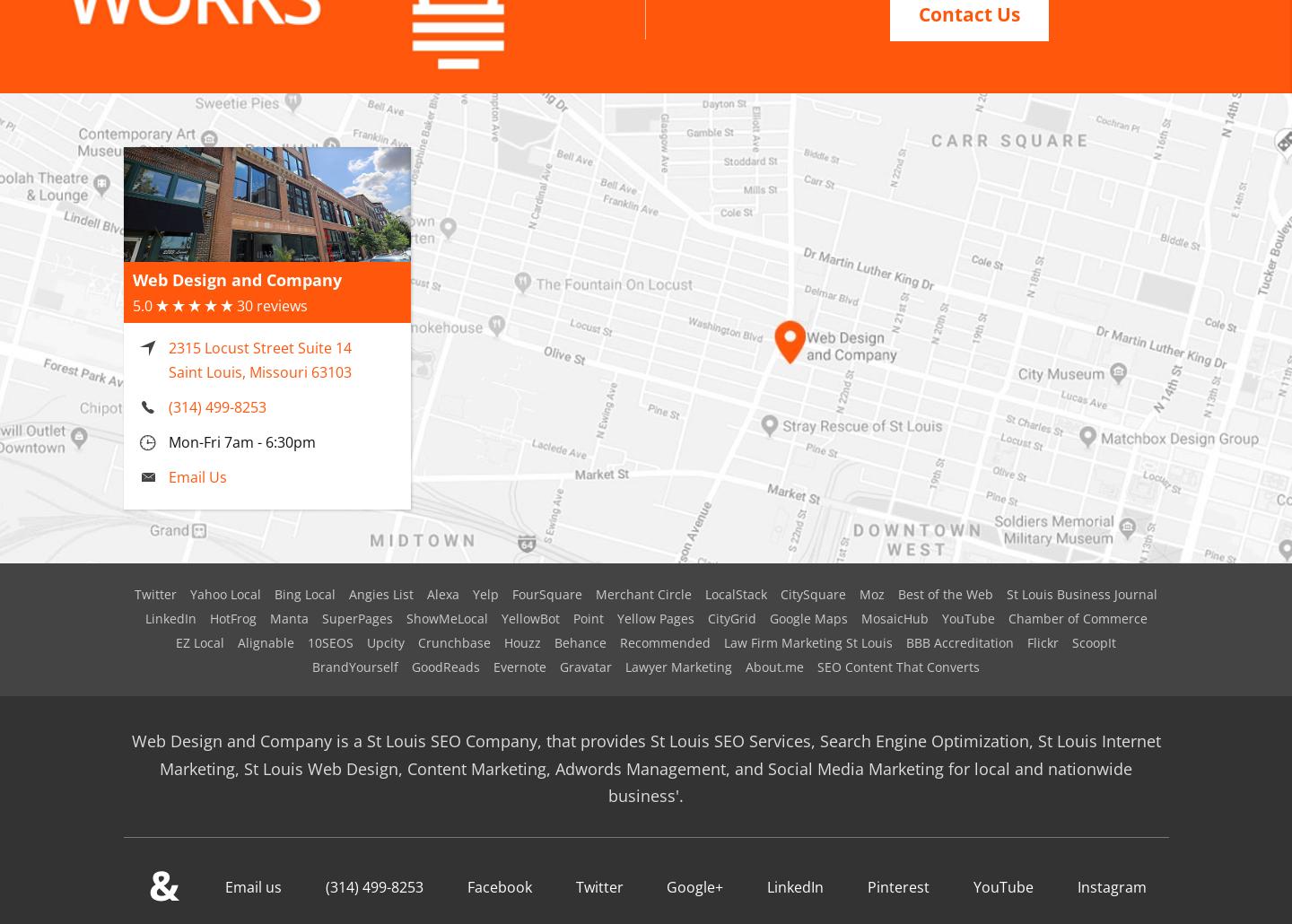  I want to click on 'ScoopIt', so click(1093, 620).